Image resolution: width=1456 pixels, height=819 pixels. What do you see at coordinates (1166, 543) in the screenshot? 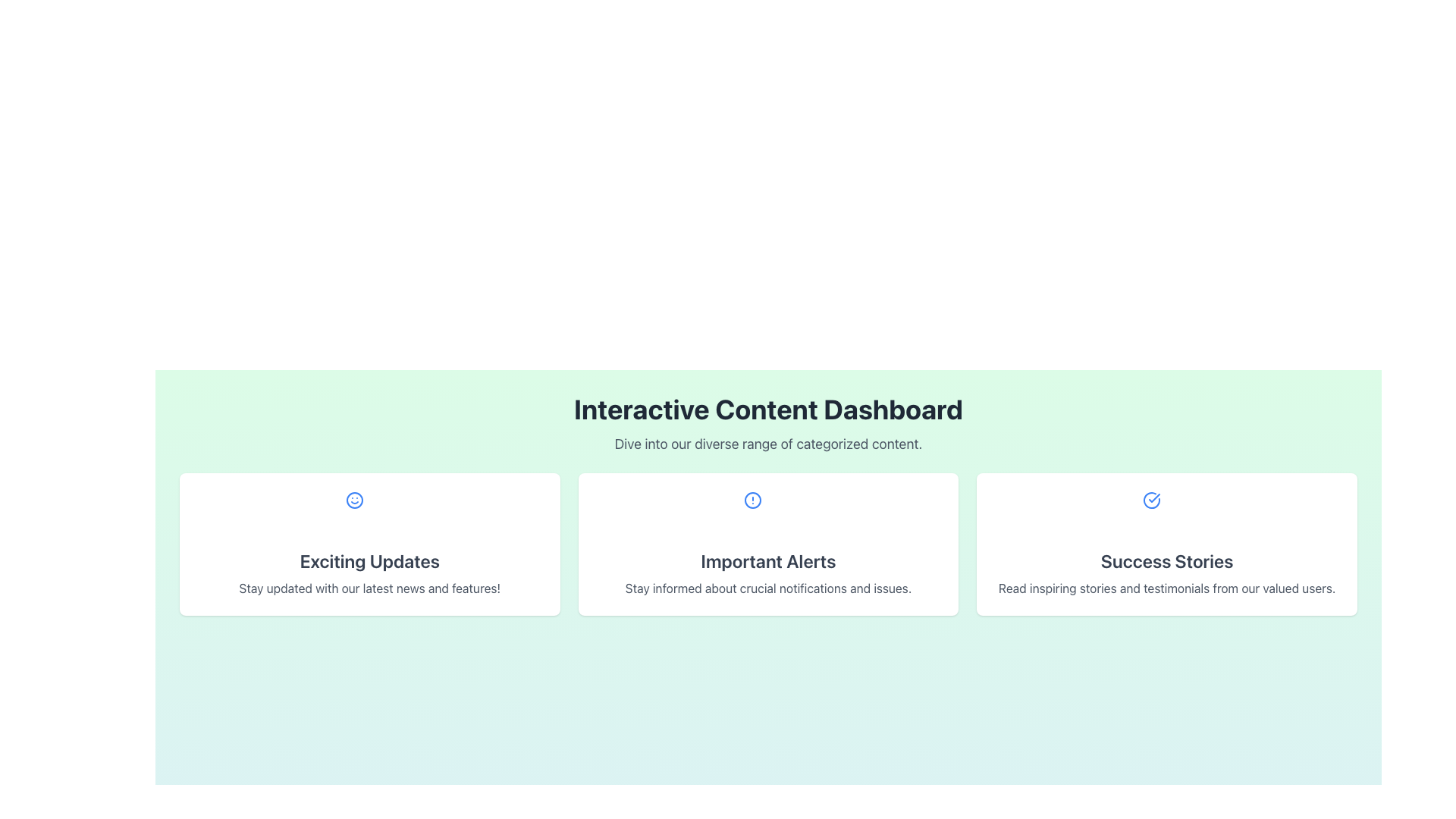
I see `the rightmost card in the three-column grid layout` at bounding box center [1166, 543].